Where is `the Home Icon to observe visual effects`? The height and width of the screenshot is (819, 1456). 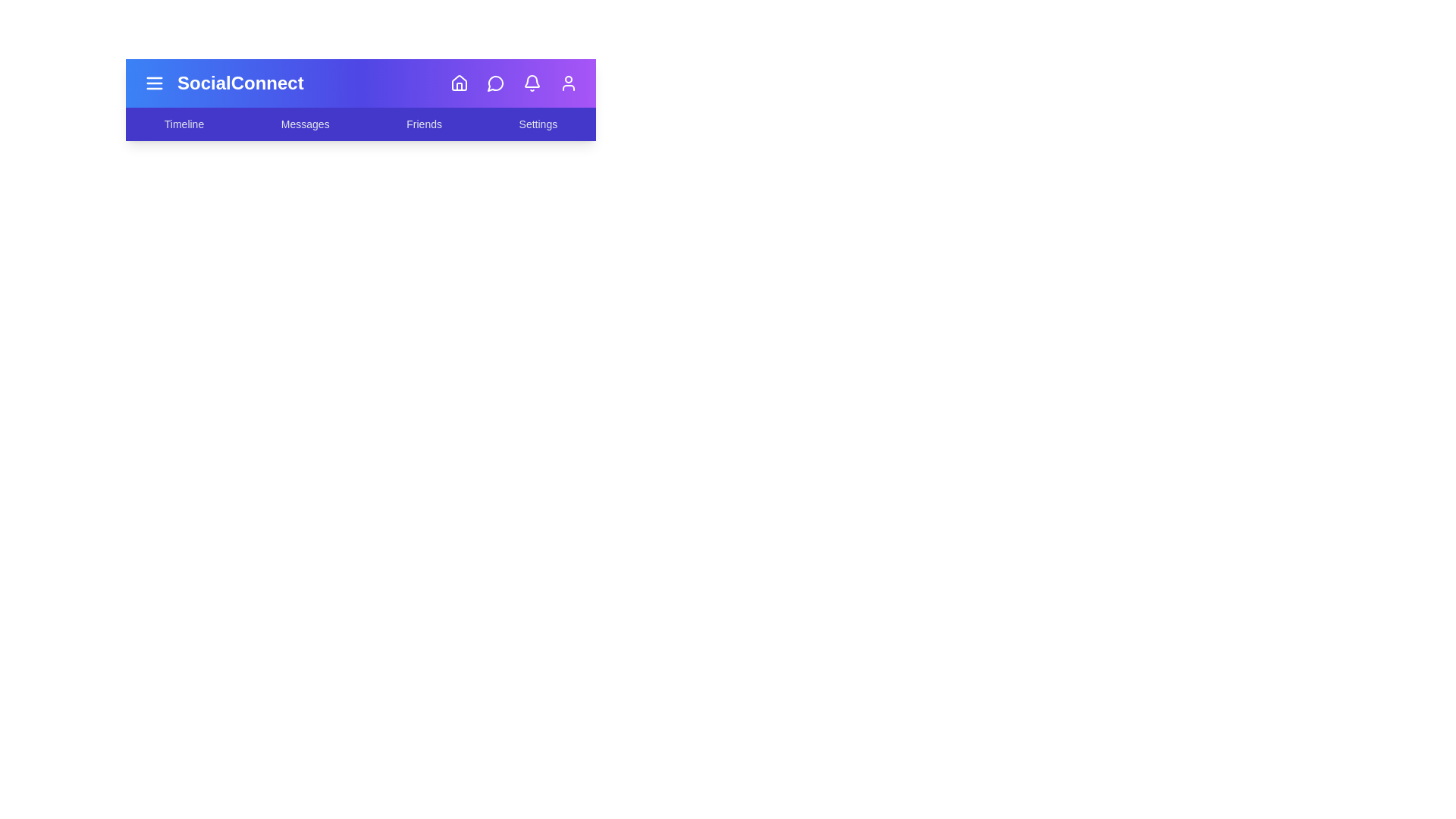
the Home Icon to observe visual effects is located at coordinates (458, 83).